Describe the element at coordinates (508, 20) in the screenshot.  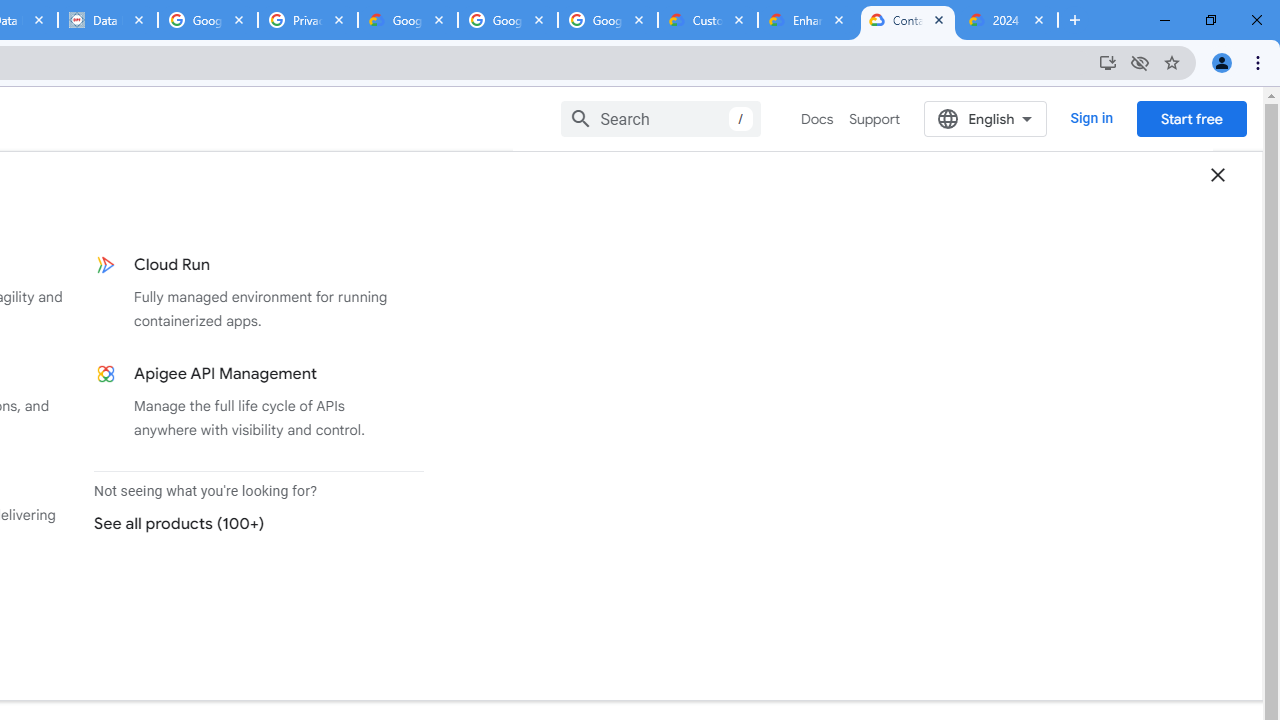
I see `'Google Workspace - Specific Terms'` at that location.